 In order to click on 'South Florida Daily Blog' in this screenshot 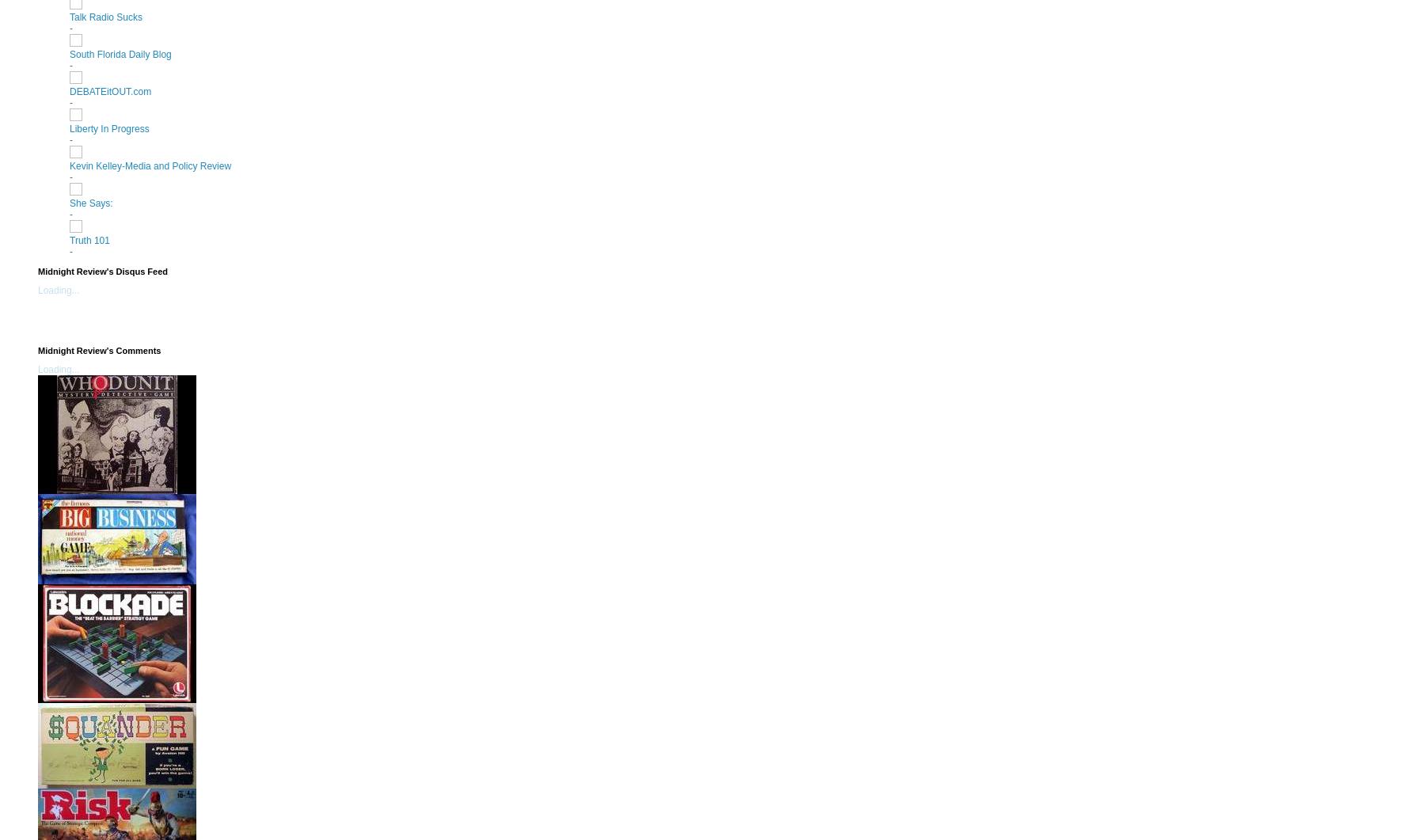, I will do `click(70, 54)`.